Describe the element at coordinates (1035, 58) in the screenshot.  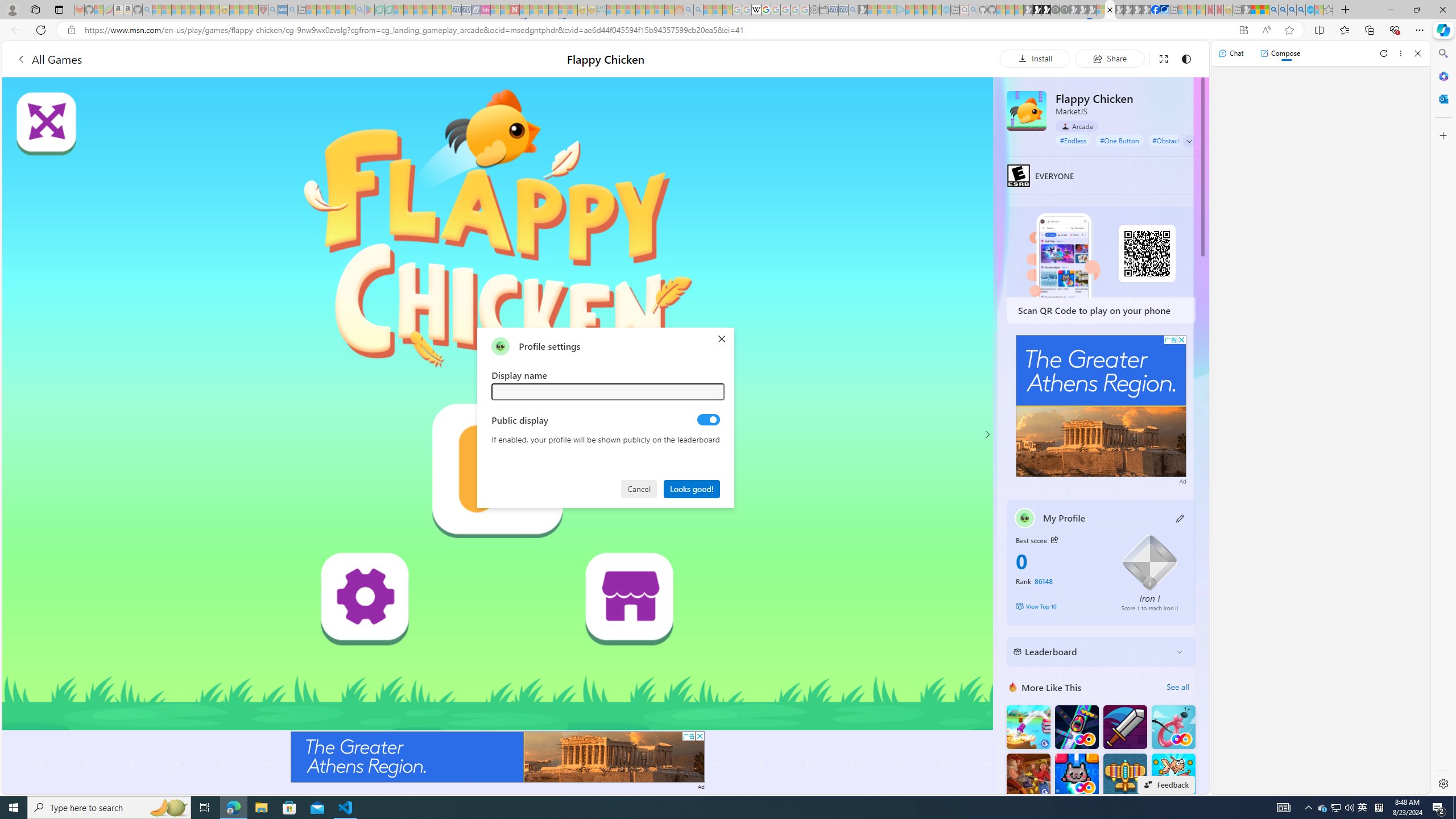
I see `'Install'` at that location.